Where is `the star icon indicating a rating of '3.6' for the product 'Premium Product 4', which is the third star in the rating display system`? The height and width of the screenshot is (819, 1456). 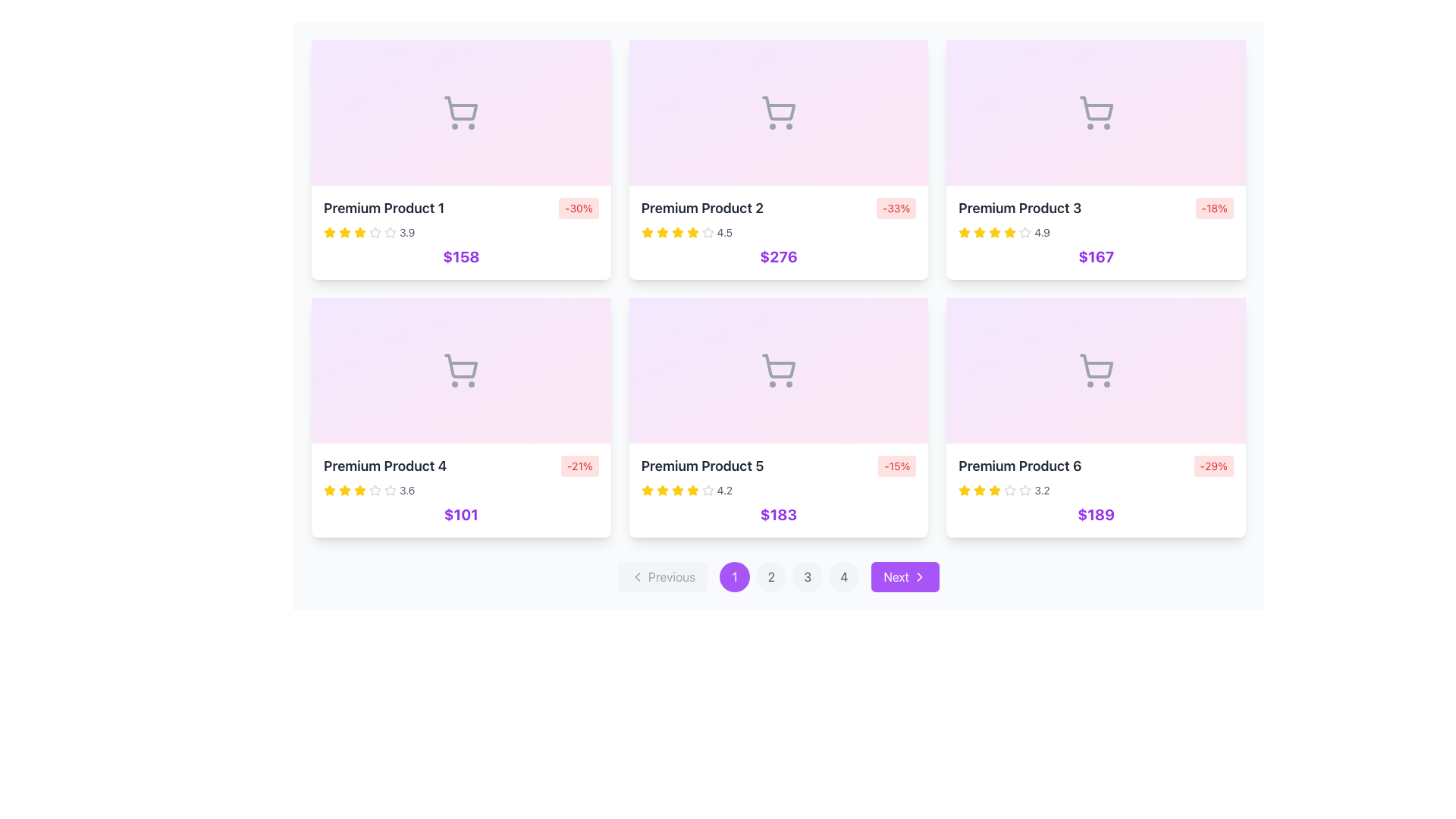
the star icon indicating a rating of '3.6' for the product 'Premium Product 4', which is the third star in the rating display system is located at coordinates (344, 491).